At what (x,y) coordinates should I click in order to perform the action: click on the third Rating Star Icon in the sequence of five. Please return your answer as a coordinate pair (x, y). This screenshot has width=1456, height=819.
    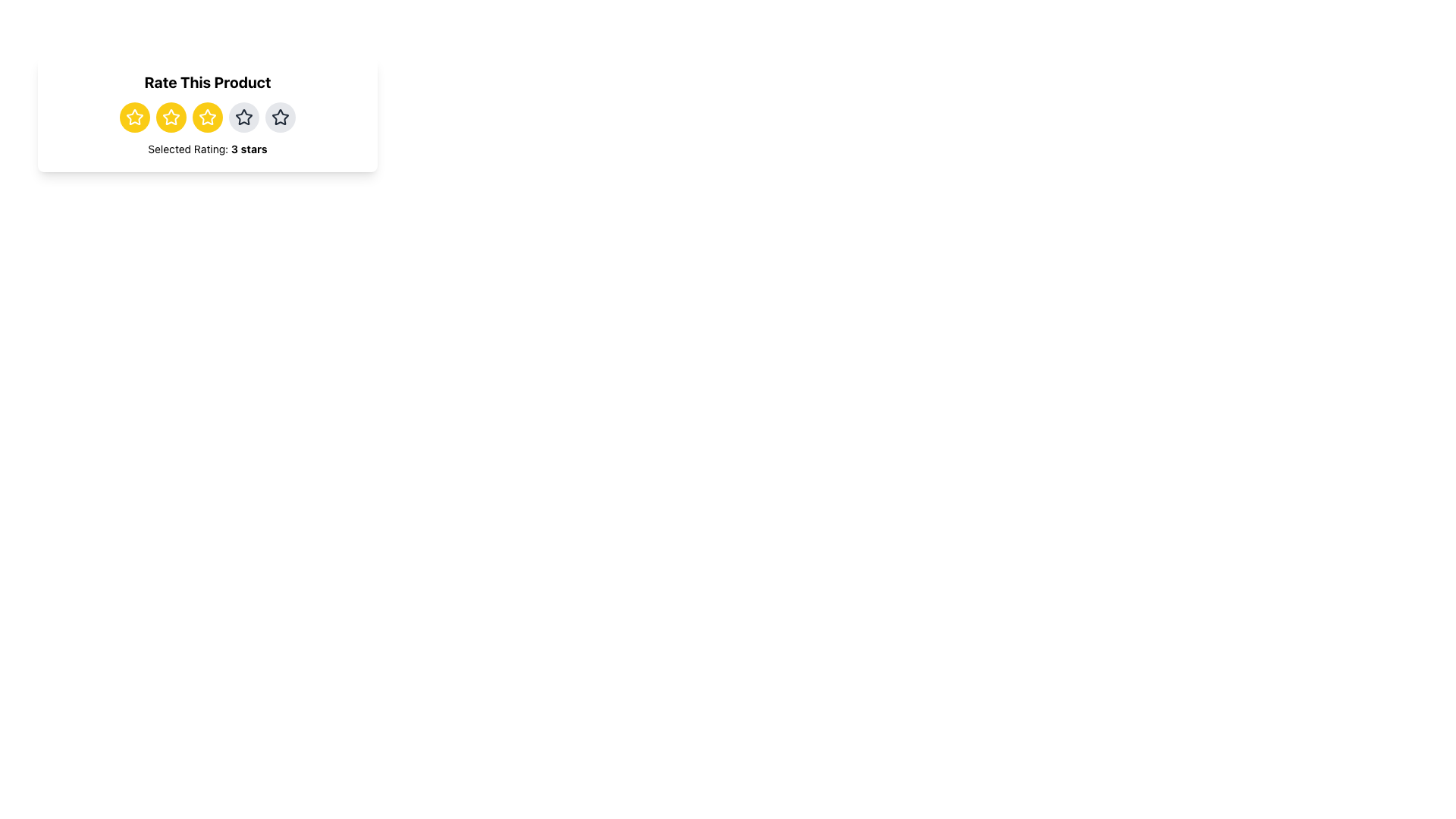
    Looking at the image, I should click on (206, 116).